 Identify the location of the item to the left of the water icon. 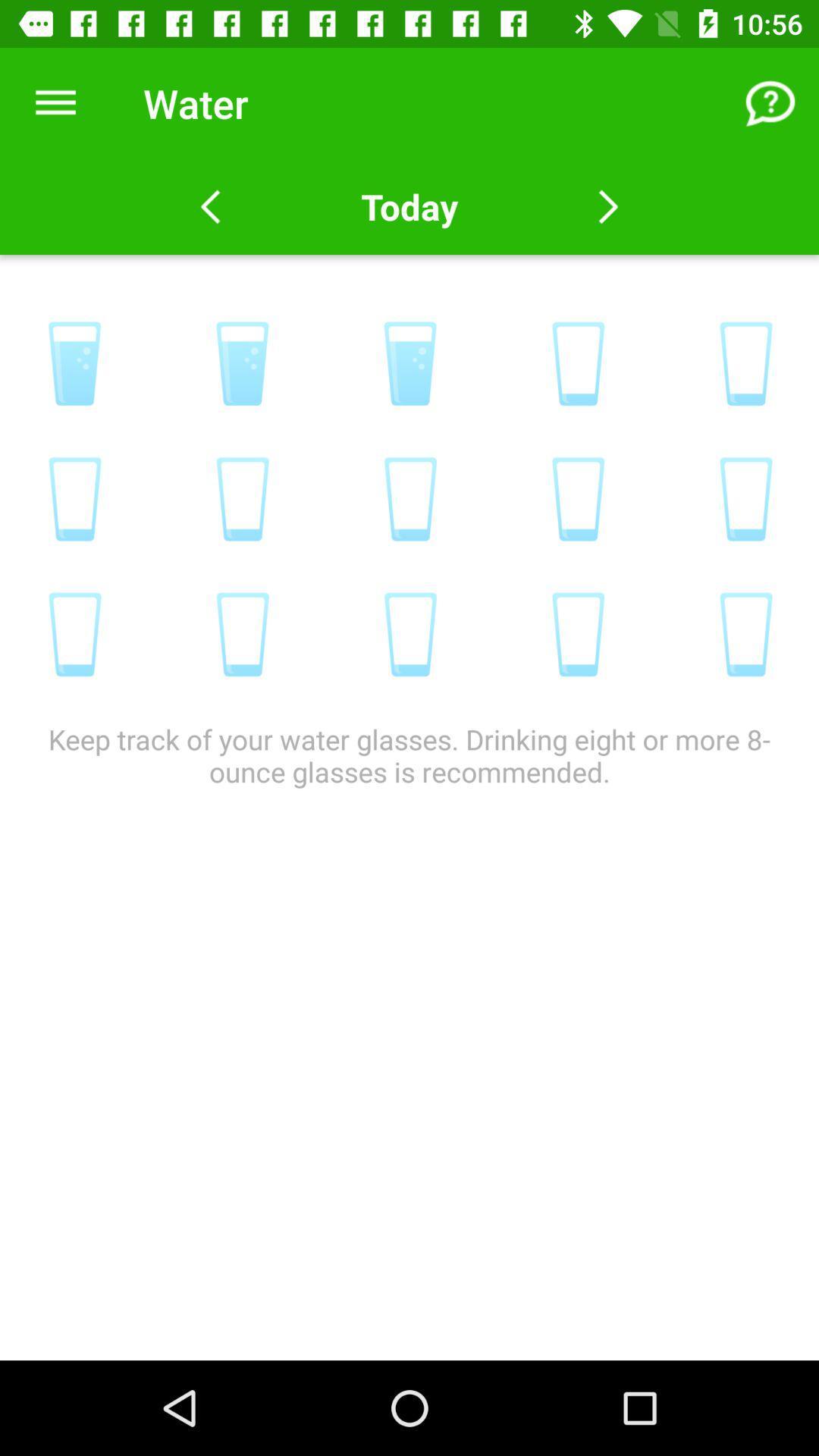
(55, 102).